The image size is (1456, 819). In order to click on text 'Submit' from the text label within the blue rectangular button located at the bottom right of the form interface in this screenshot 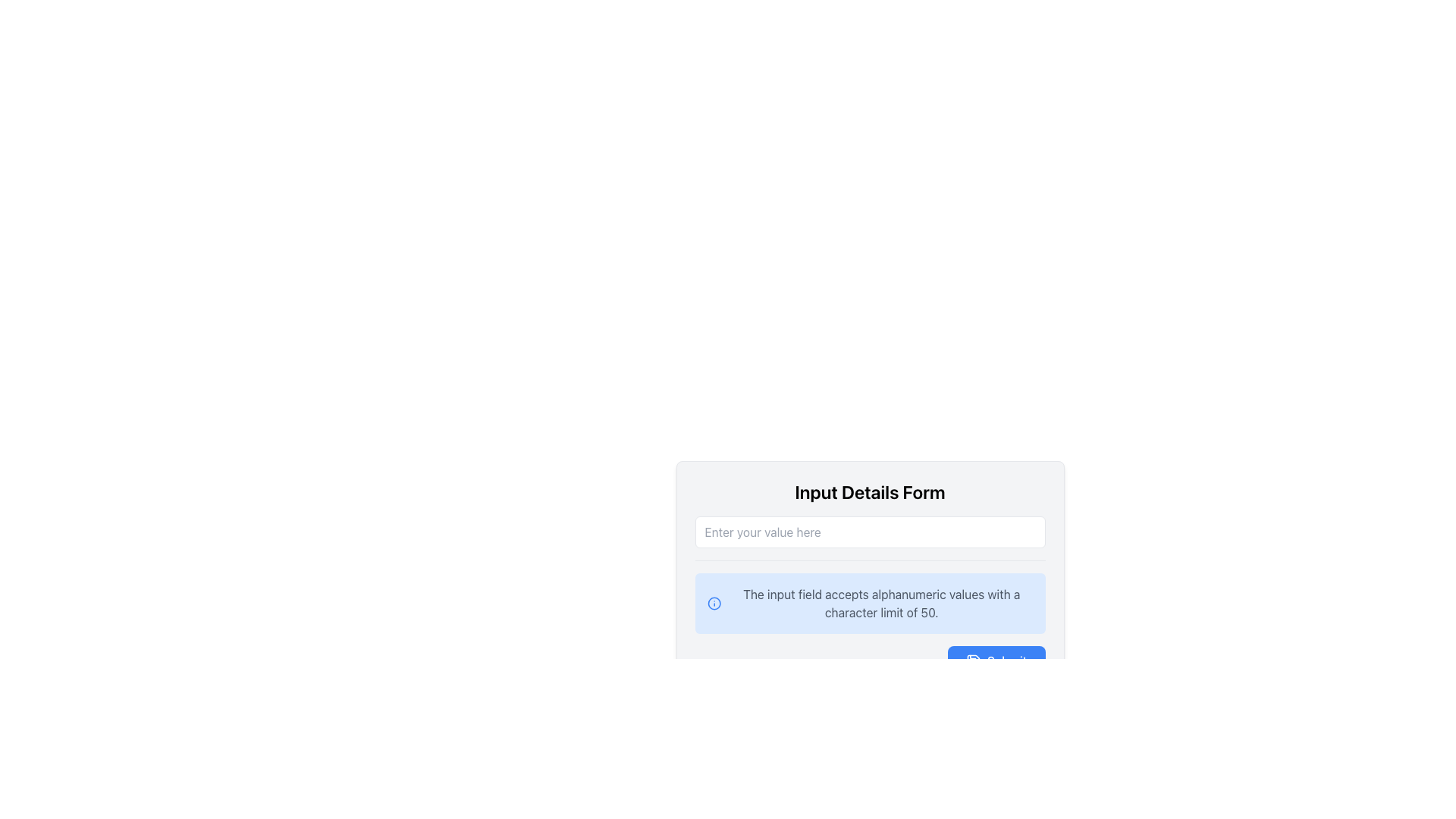, I will do `click(1007, 660)`.